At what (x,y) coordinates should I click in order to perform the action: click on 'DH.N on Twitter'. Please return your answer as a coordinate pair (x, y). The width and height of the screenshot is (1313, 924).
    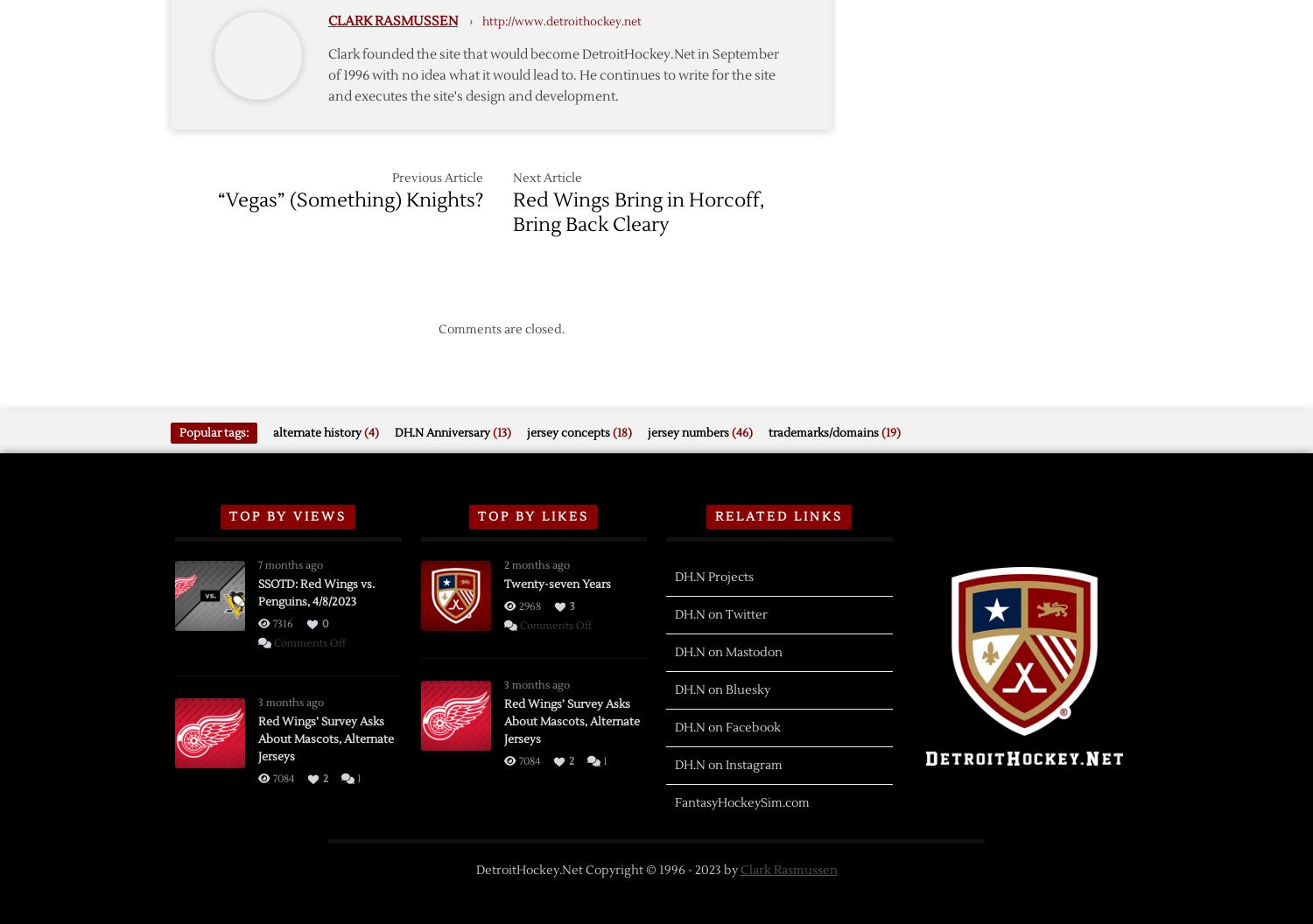
    Looking at the image, I should click on (720, 614).